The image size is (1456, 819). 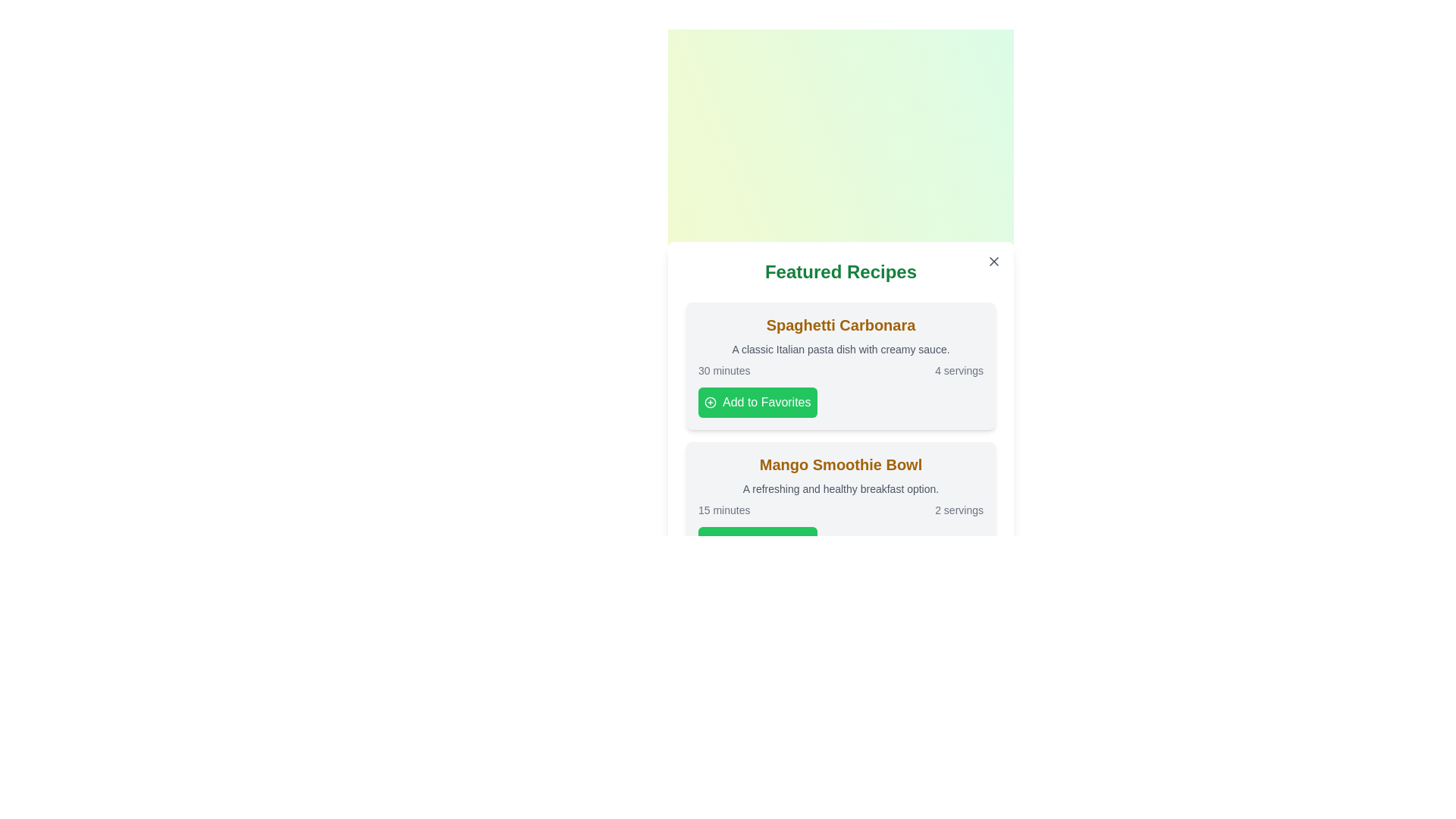 What do you see at coordinates (709, 402) in the screenshot?
I see `the Circle shape within the SVG graphic, which serves as a decorative or functional element indicating 'plus,' 'add,' or 'expand' functionality` at bounding box center [709, 402].